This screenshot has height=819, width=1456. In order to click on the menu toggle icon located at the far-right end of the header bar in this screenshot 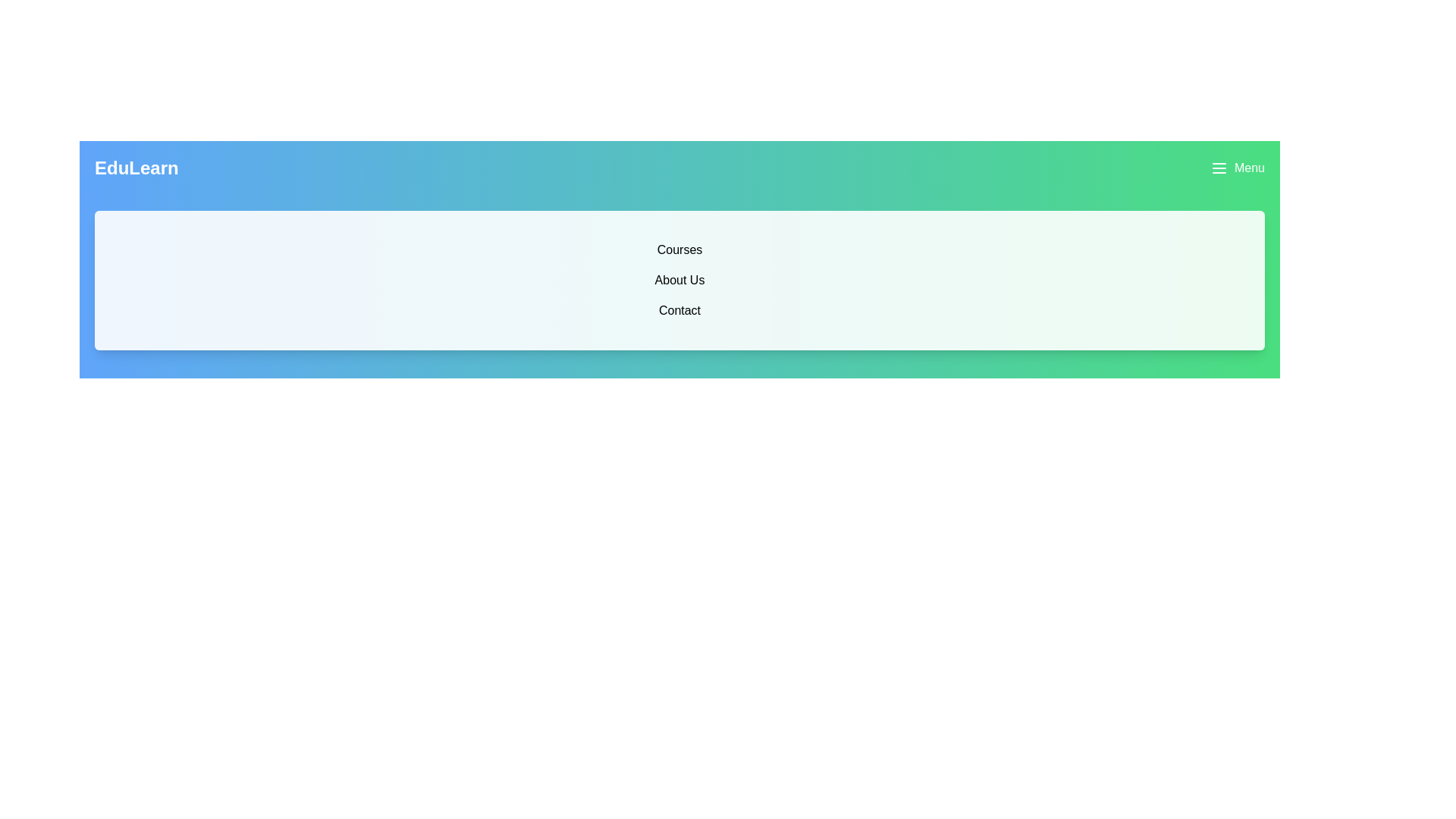, I will do `click(1219, 168)`.